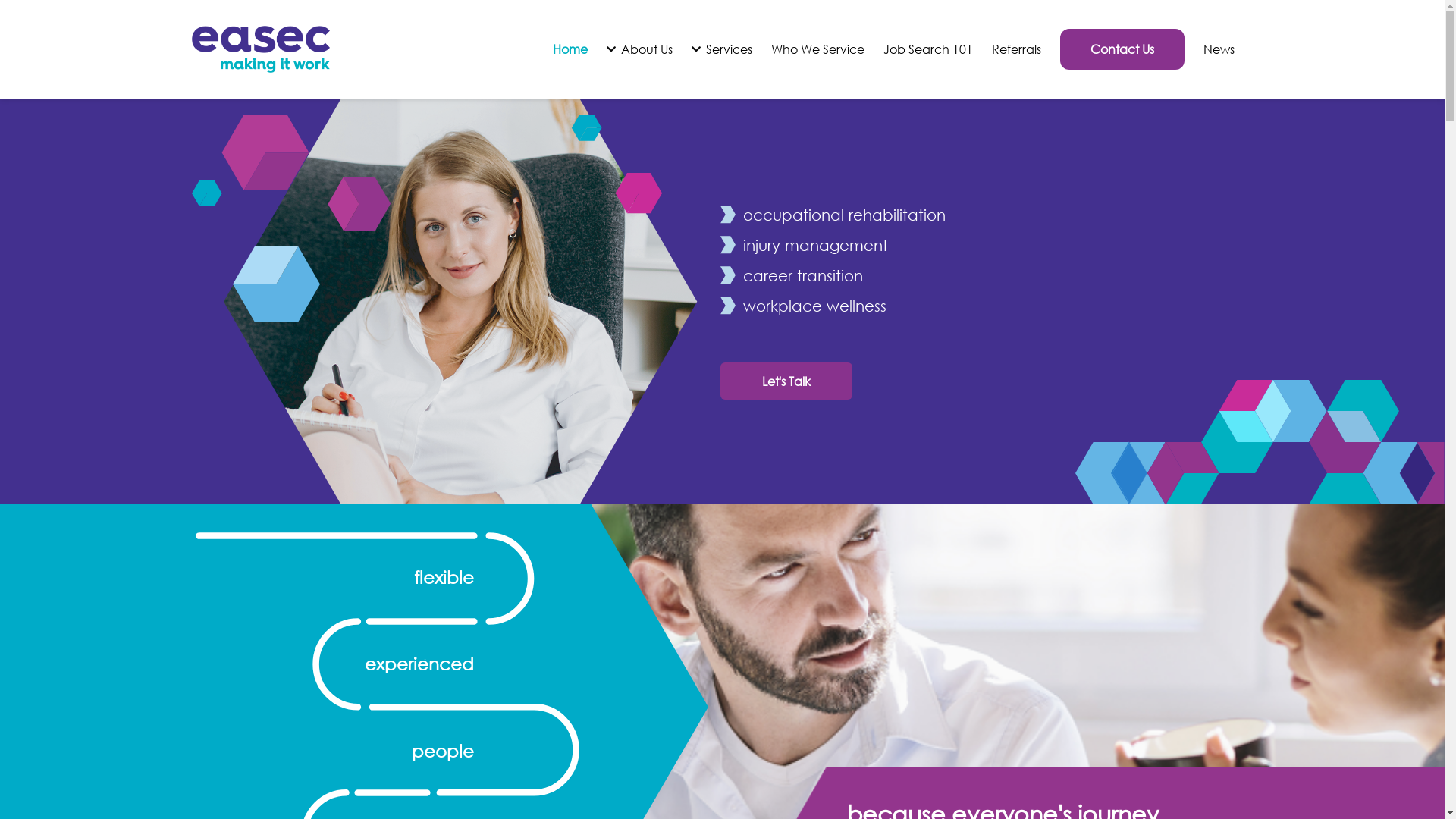 This screenshot has width=1456, height=819. I want to click on 'Referrals', so click(1016, 49).